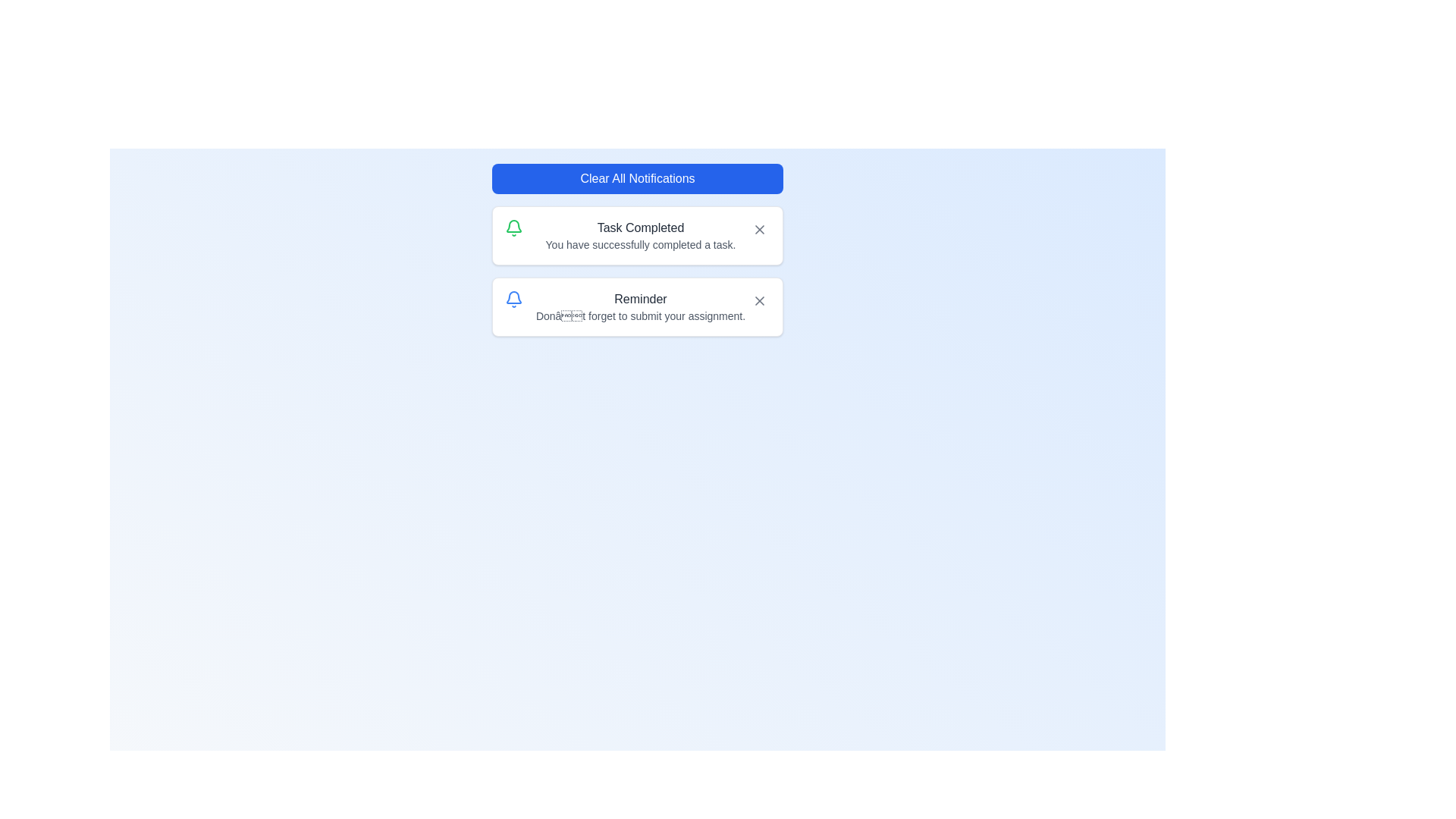 This screenshot has height=819, width=1456. I want to click on the text 'Don’t forget to submit your assignment.' located at the bottom of the 'Reminder' notification card, so click(640, 315).